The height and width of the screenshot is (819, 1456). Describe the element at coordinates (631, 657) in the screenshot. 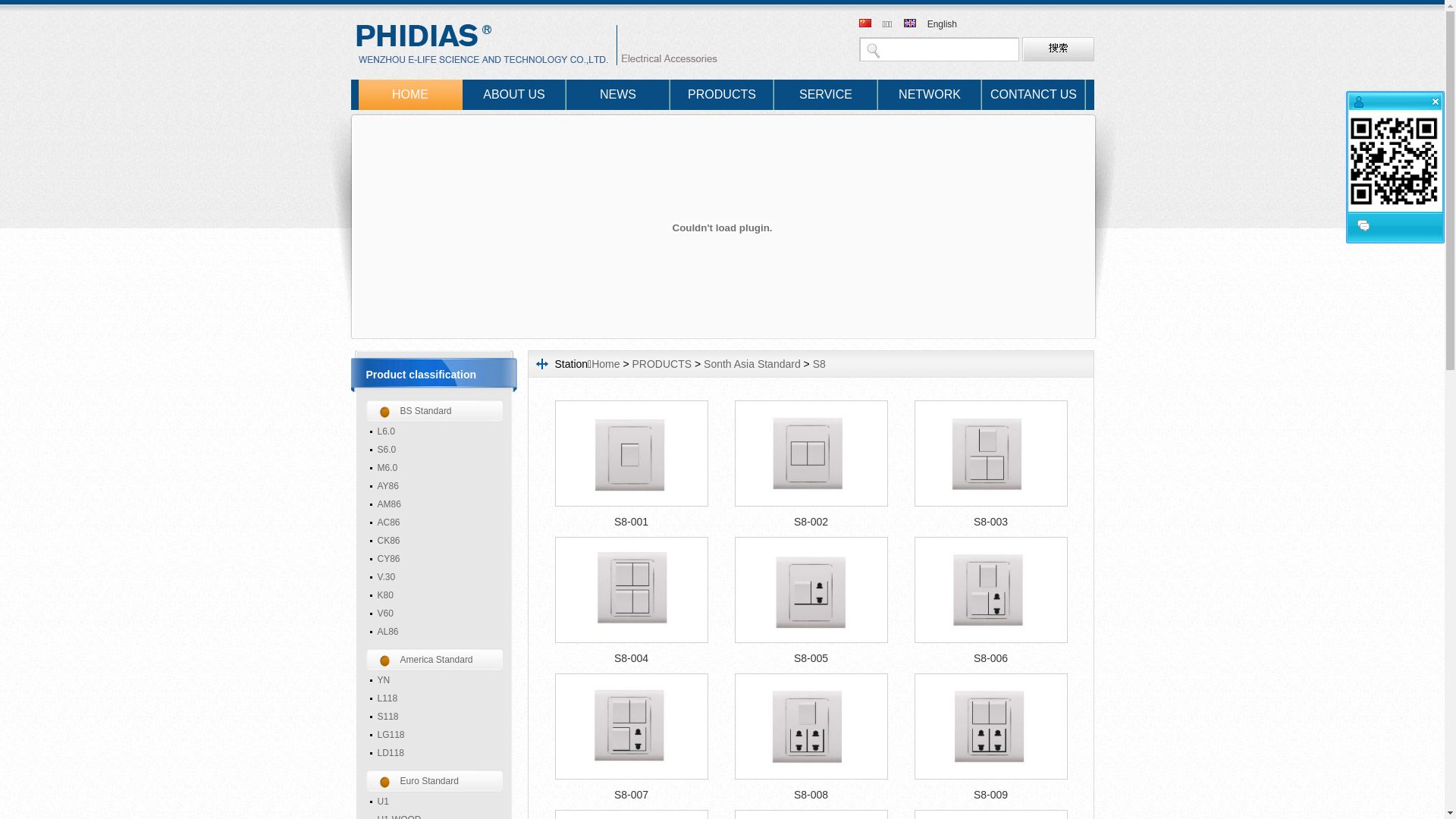

I see `'S8-004'` at that location.